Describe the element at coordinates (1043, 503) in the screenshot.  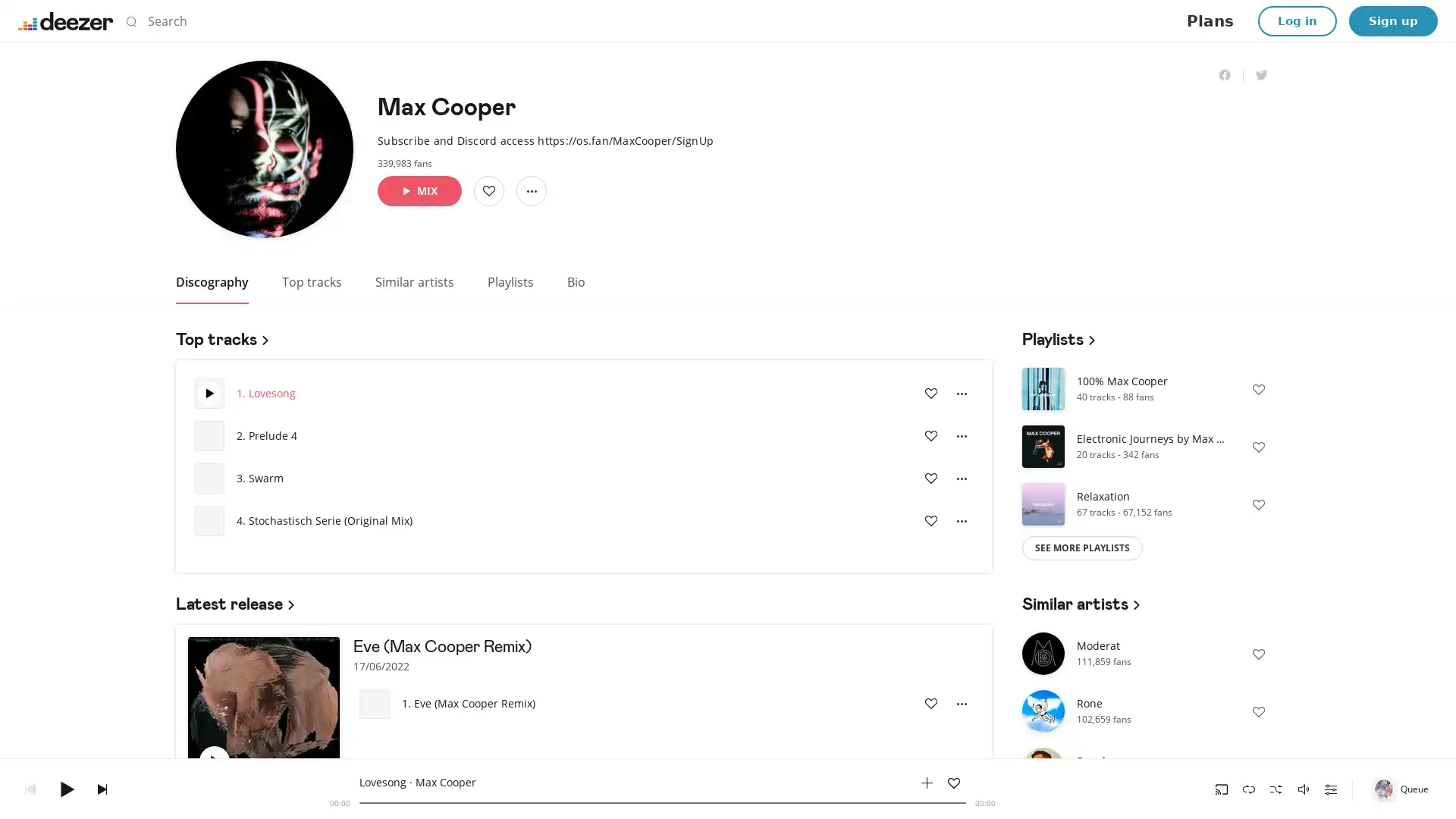
I see `Play` at that location.